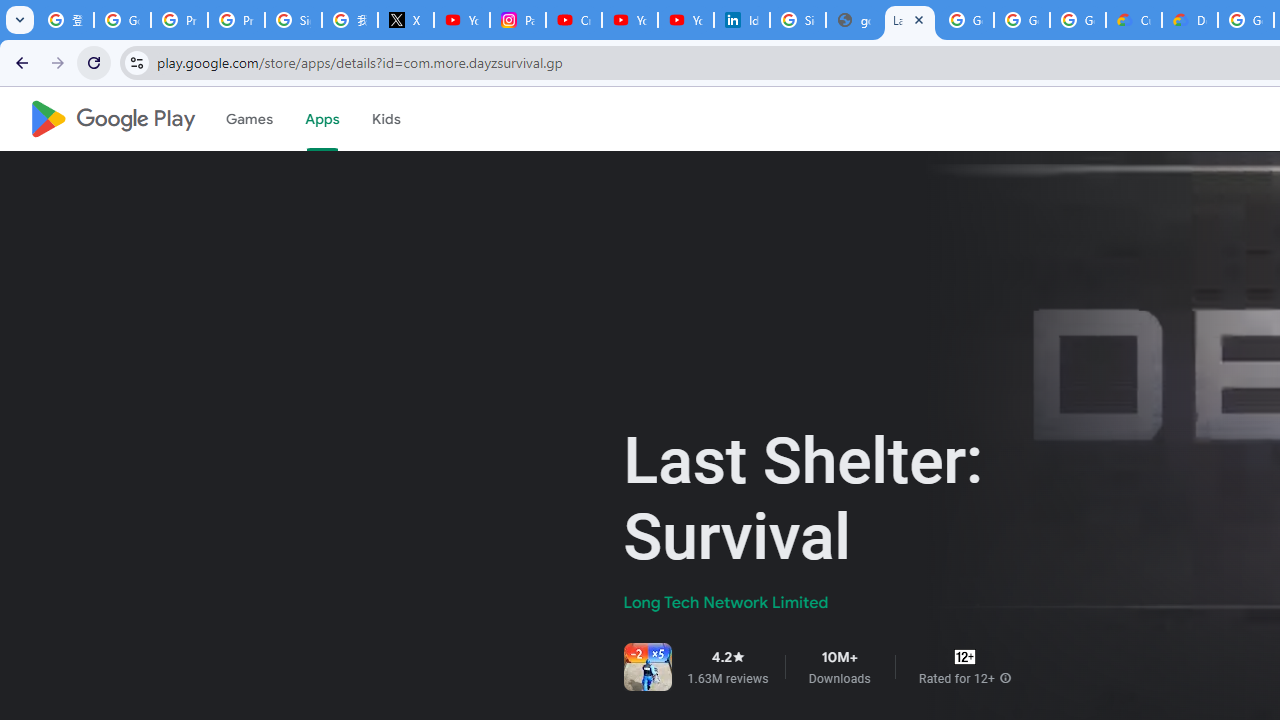  What do you see at coordinates (1005, 677) in the screenshot?
I see `'More info about this content rating'` at bounding box center [1005, 677].